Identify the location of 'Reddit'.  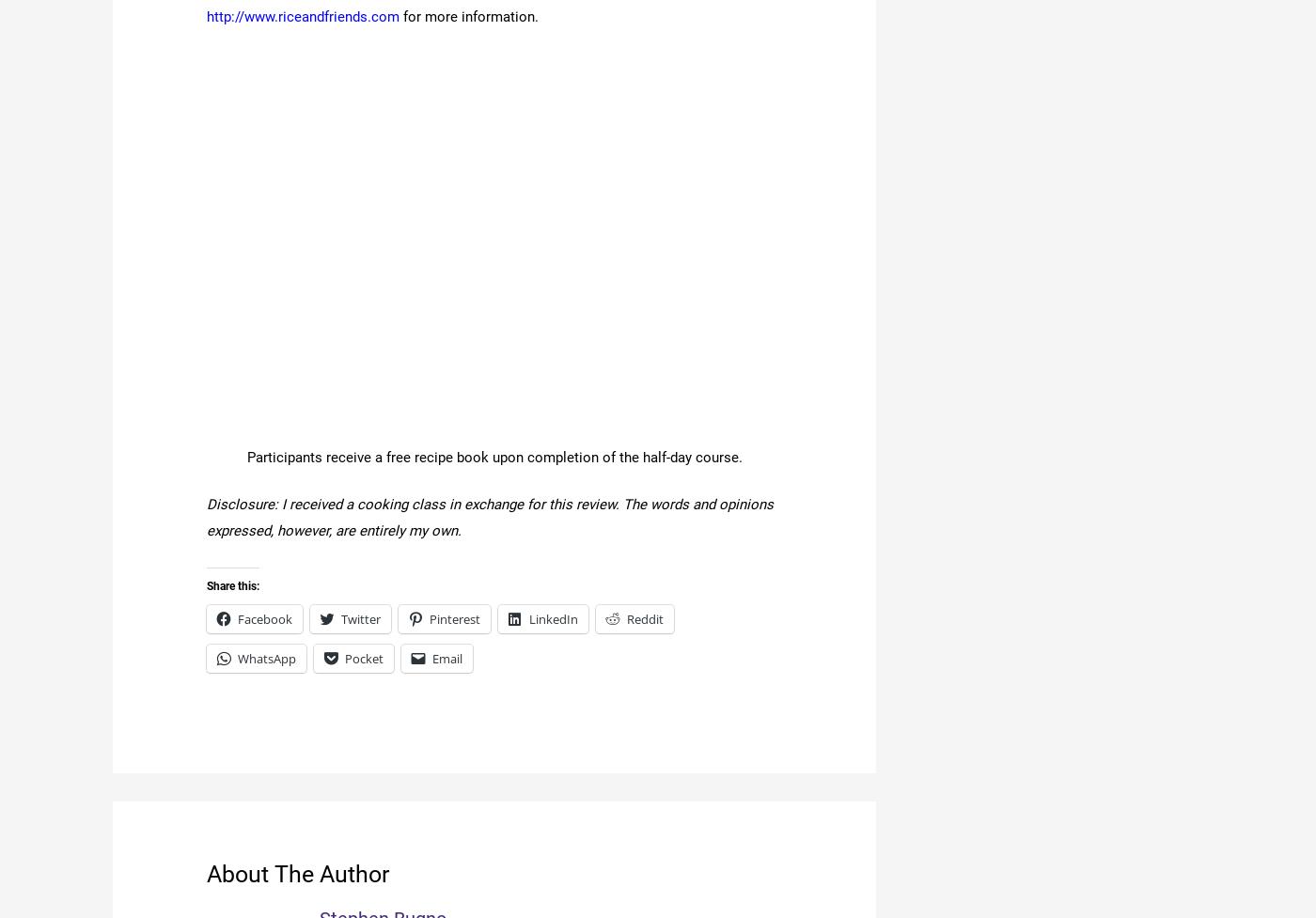
(645, 618).